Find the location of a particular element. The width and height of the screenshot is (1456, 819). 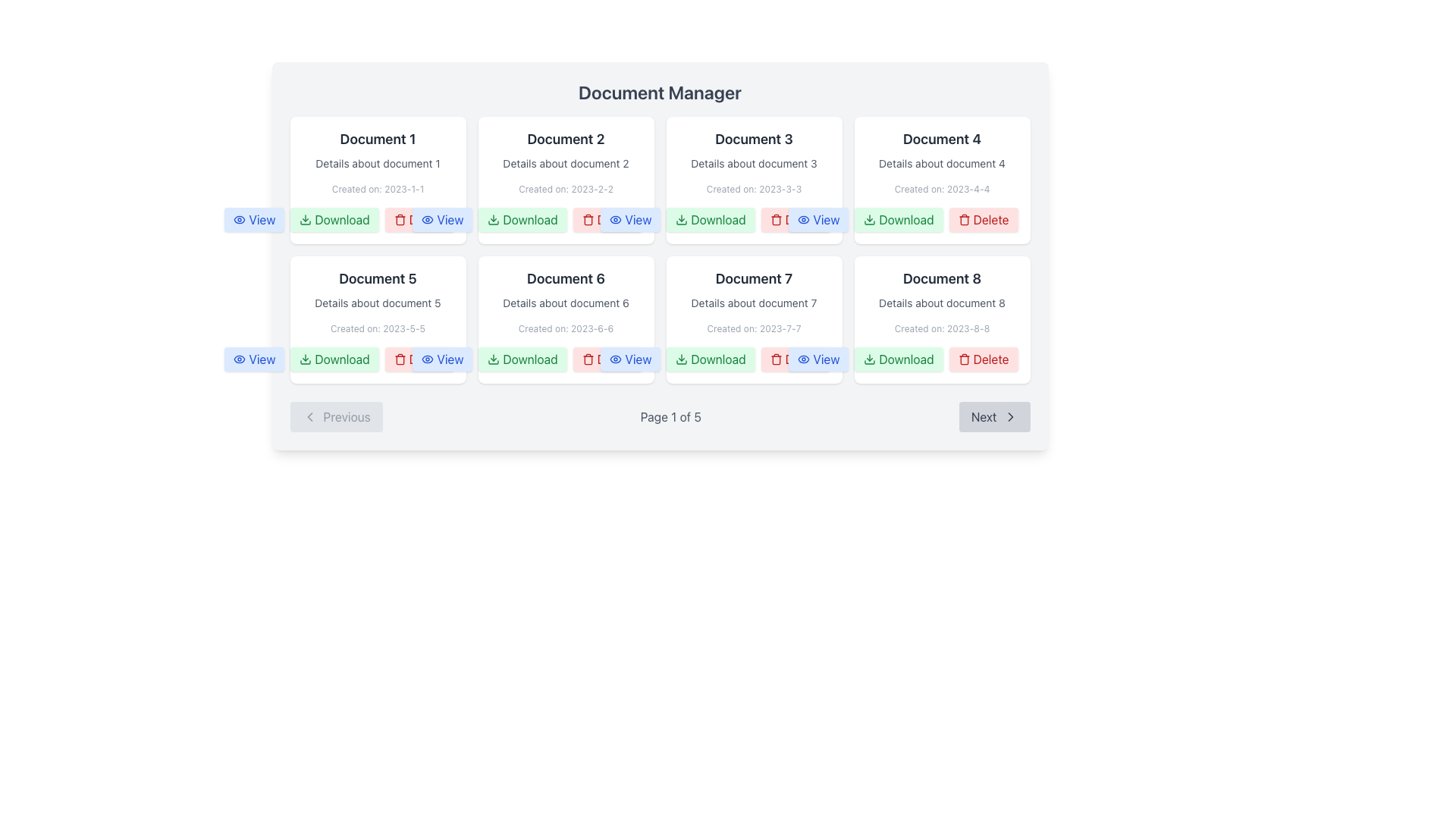

the green 'Download' button with a downward arrow icon located at the bottom-right of the card for 'Document 4' to initiate a download is located at coordinates (899, 219).